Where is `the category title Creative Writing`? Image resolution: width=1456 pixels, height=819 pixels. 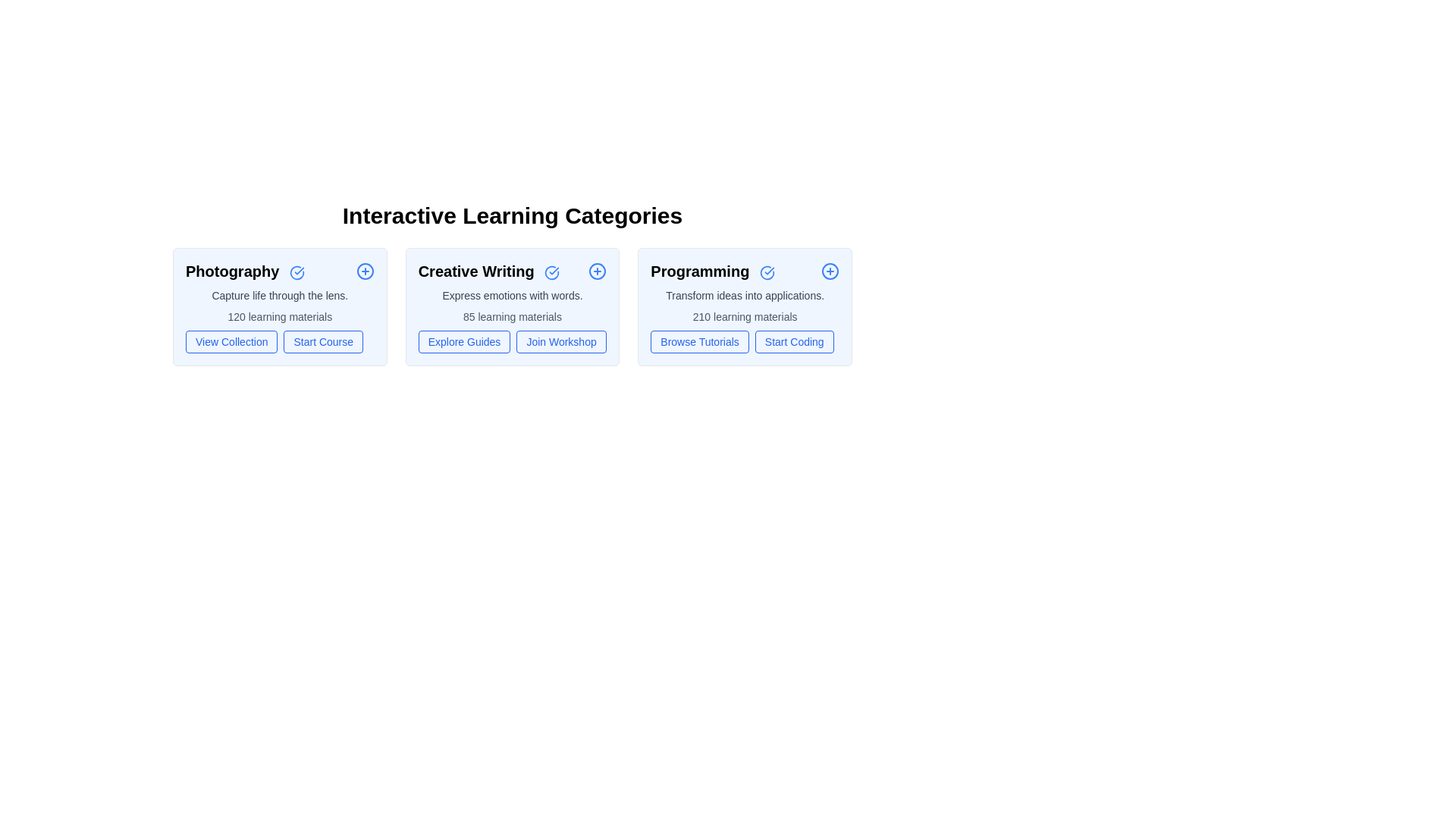
the category title Creative Writing is located at coordinates (488, 271).